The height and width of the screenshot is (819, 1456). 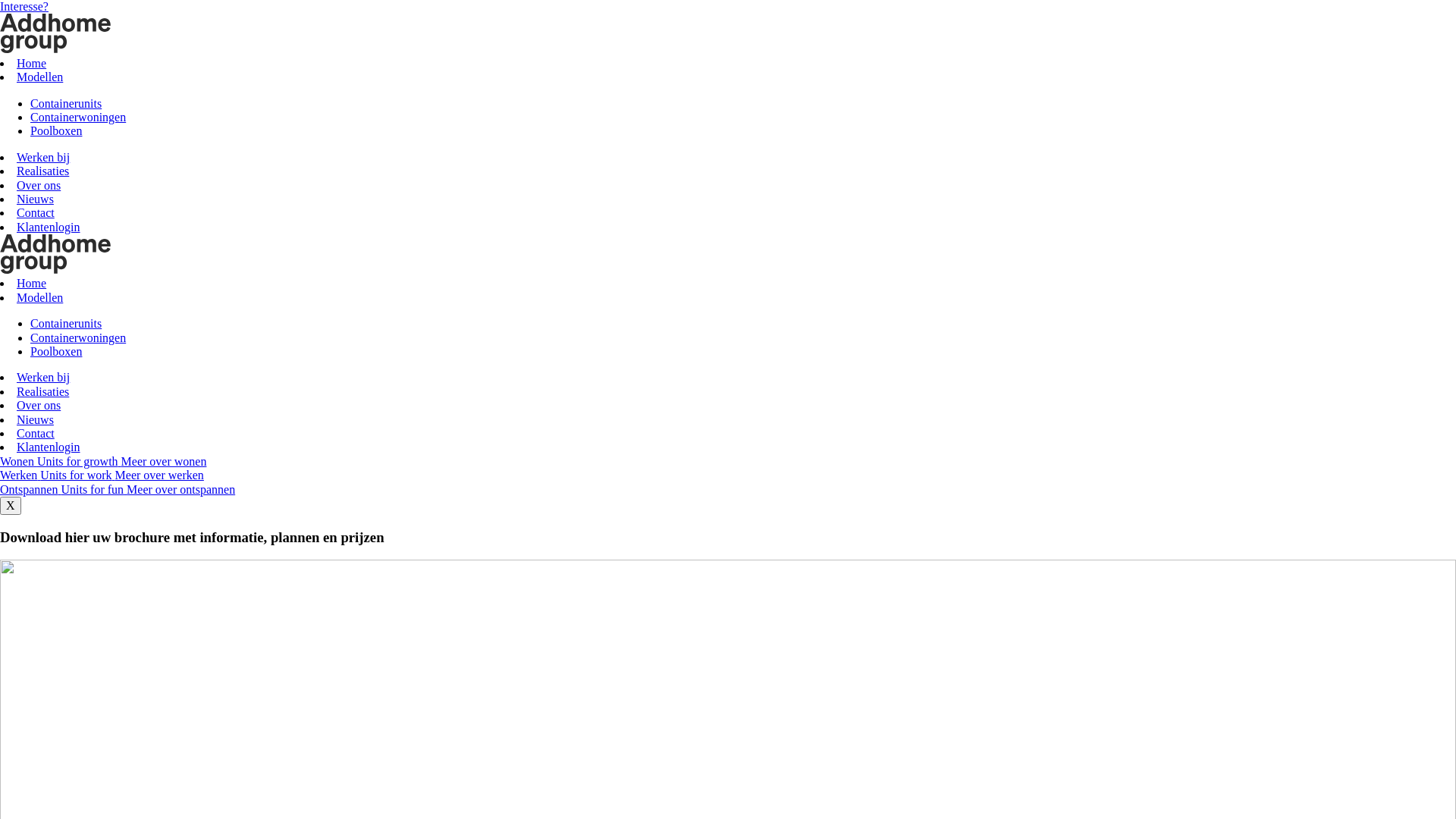 I want to click on 'Poolboxen', so click(x=55, y=351).